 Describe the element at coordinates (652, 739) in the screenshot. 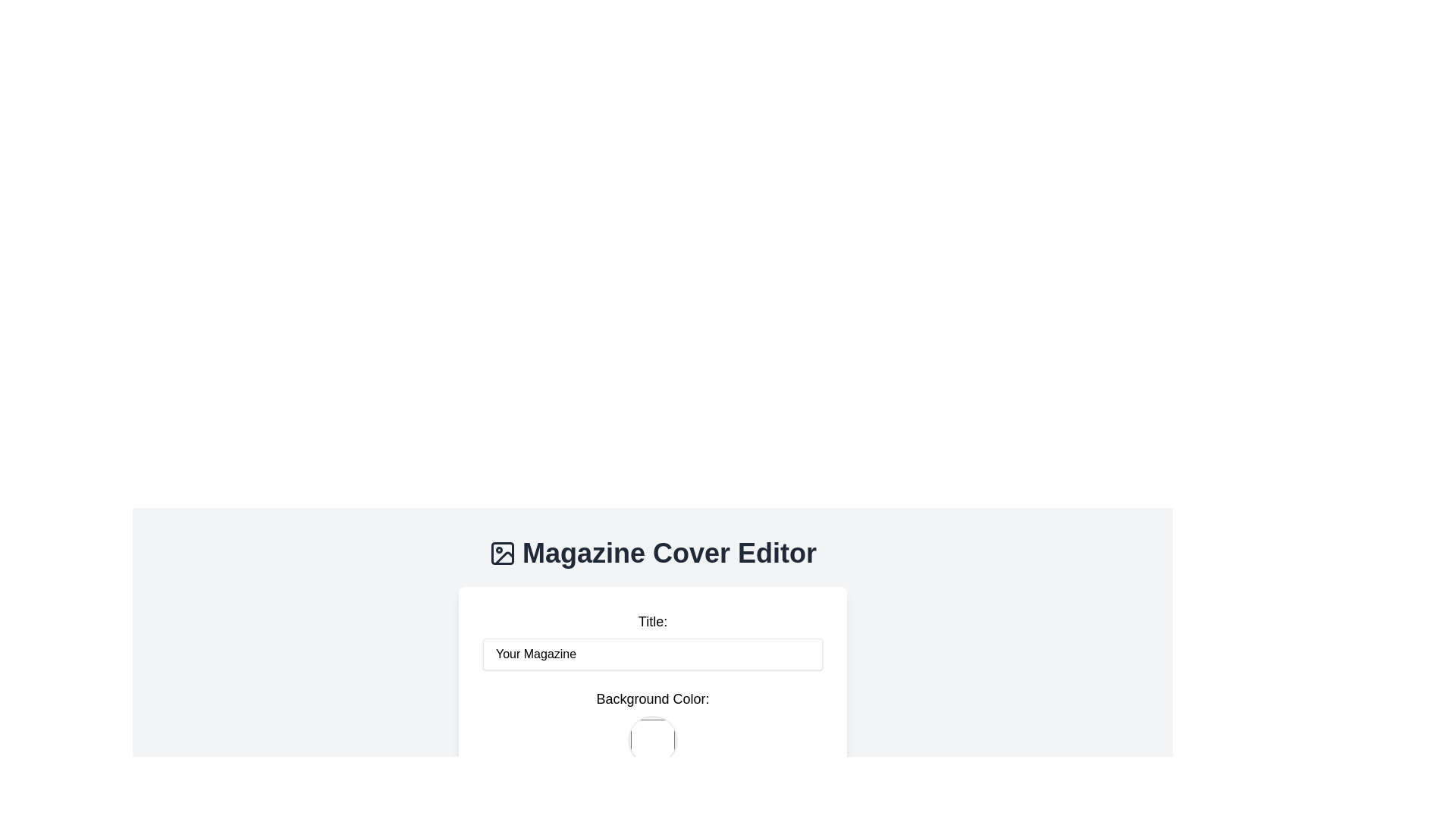

I see `the circular color selection component, which is styled as a button with a white fill and thin border` at that location.